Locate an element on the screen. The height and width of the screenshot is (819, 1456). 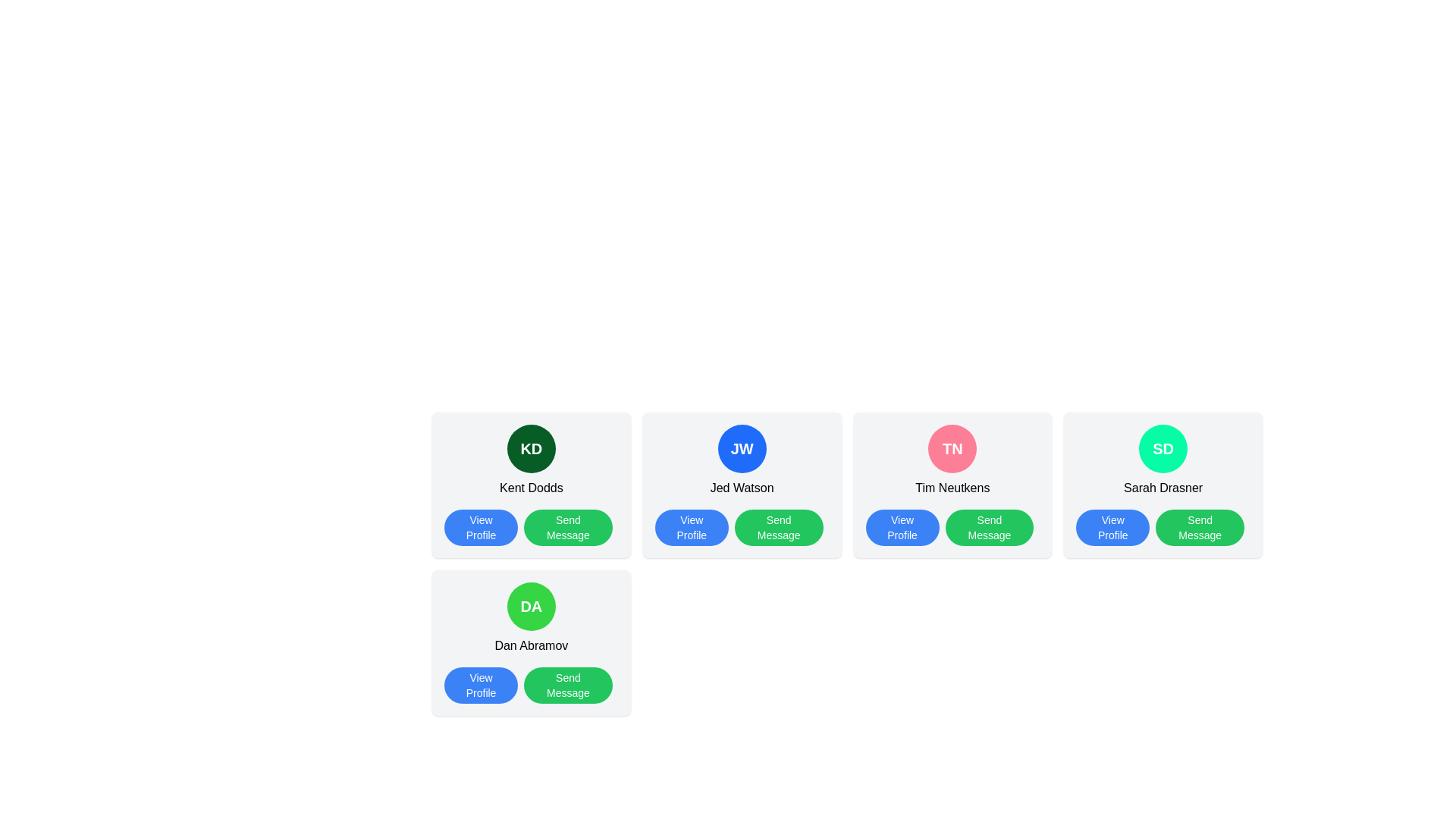
the button is located at coordinates (691, 526).